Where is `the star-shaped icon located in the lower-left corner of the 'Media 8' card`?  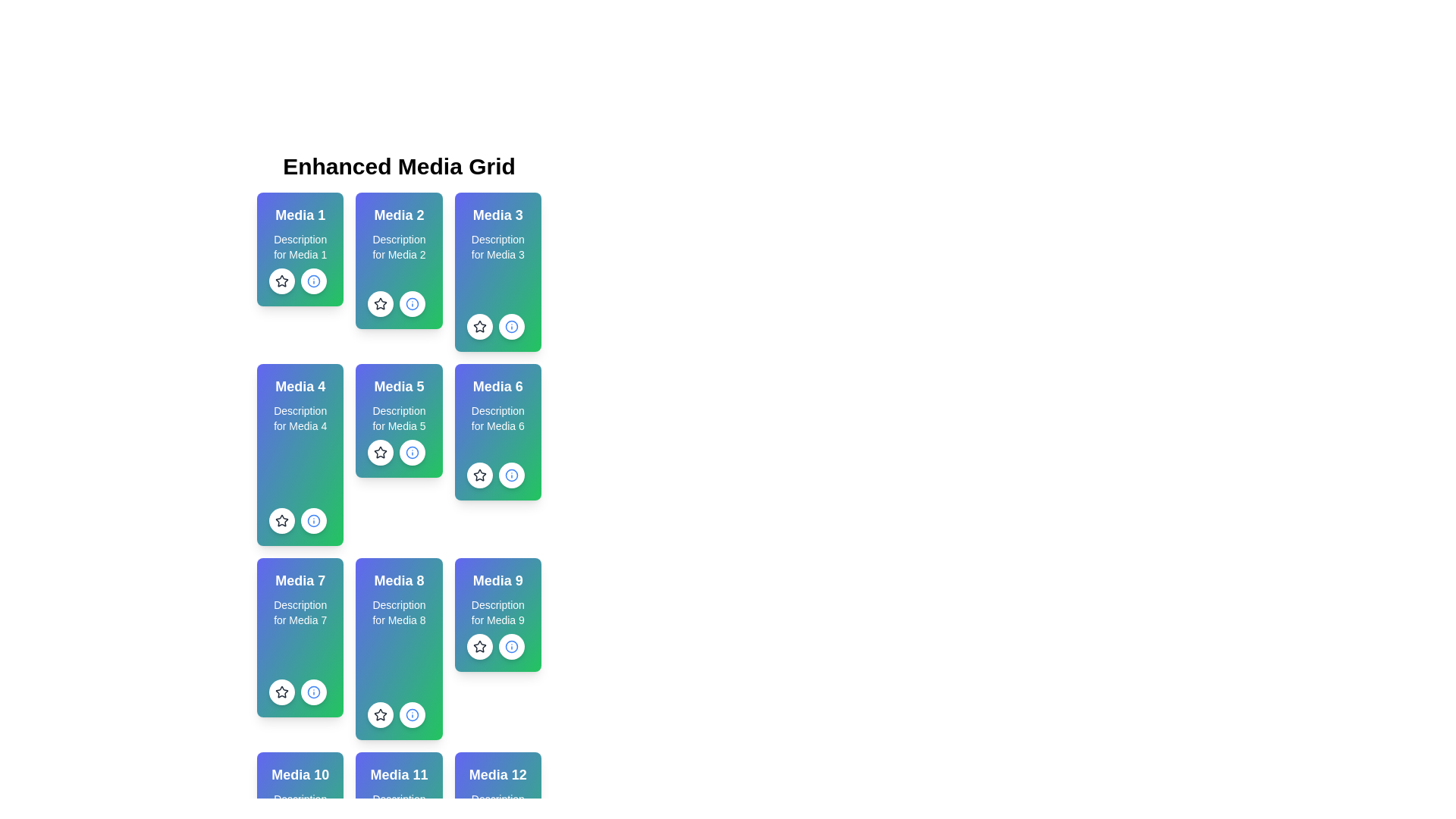 the star-shaped icon located in the lower-left corner of the 'Media 8' card is located at coordinates (381, 714).